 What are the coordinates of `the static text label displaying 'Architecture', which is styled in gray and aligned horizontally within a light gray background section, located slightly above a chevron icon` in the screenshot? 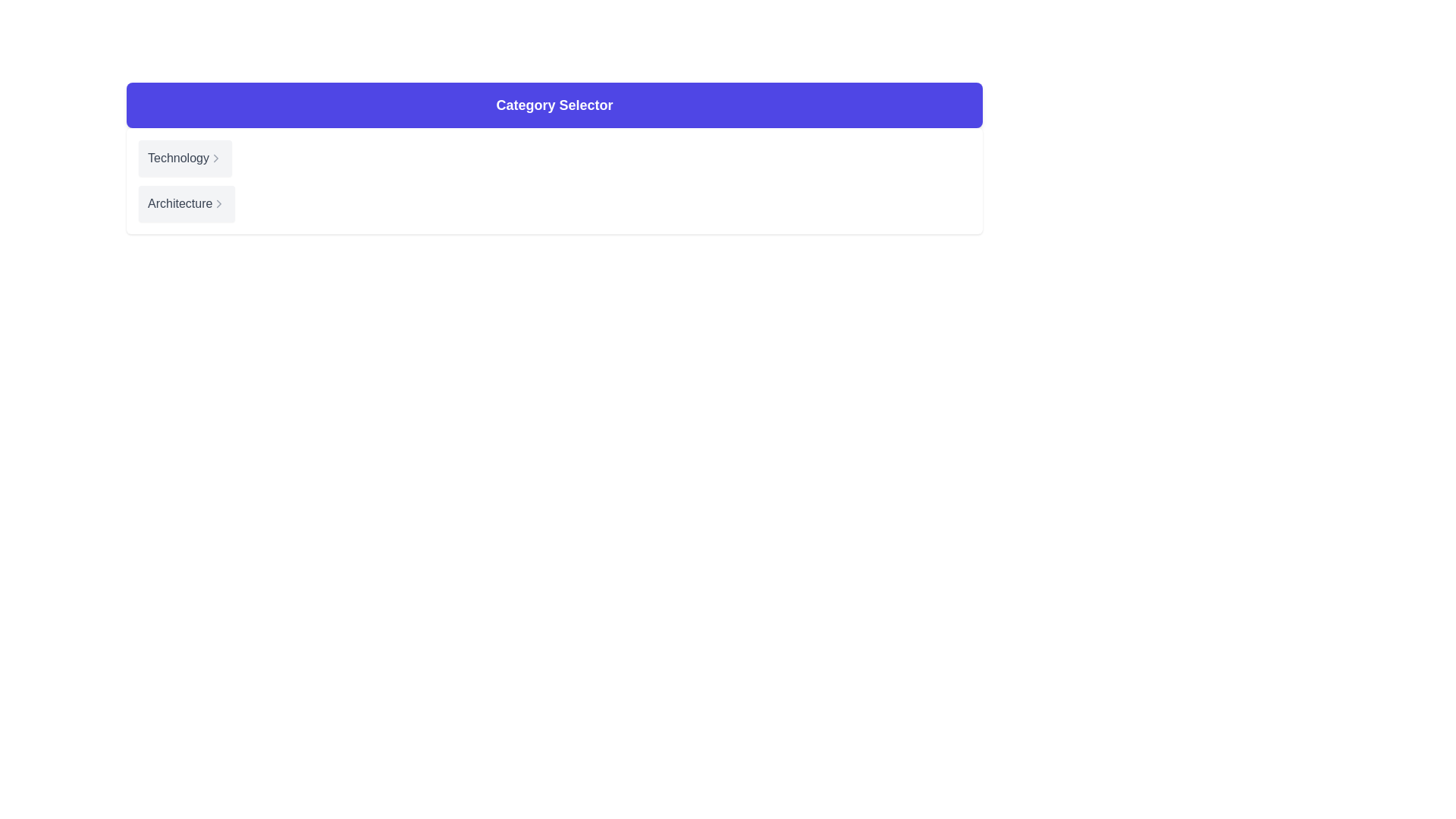 It's located at (180, 203).